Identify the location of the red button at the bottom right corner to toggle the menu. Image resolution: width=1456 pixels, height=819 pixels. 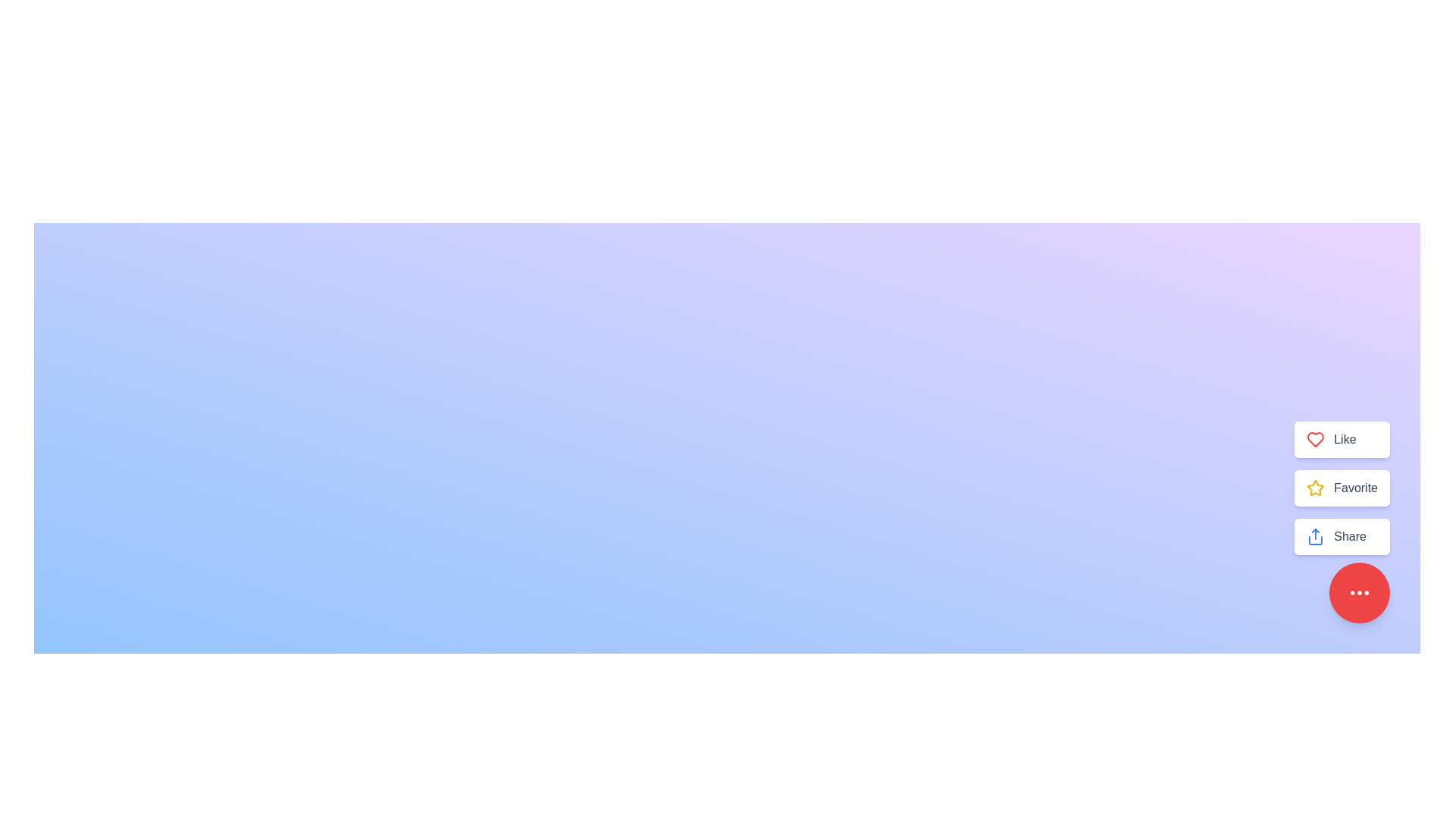
(1360, 592).